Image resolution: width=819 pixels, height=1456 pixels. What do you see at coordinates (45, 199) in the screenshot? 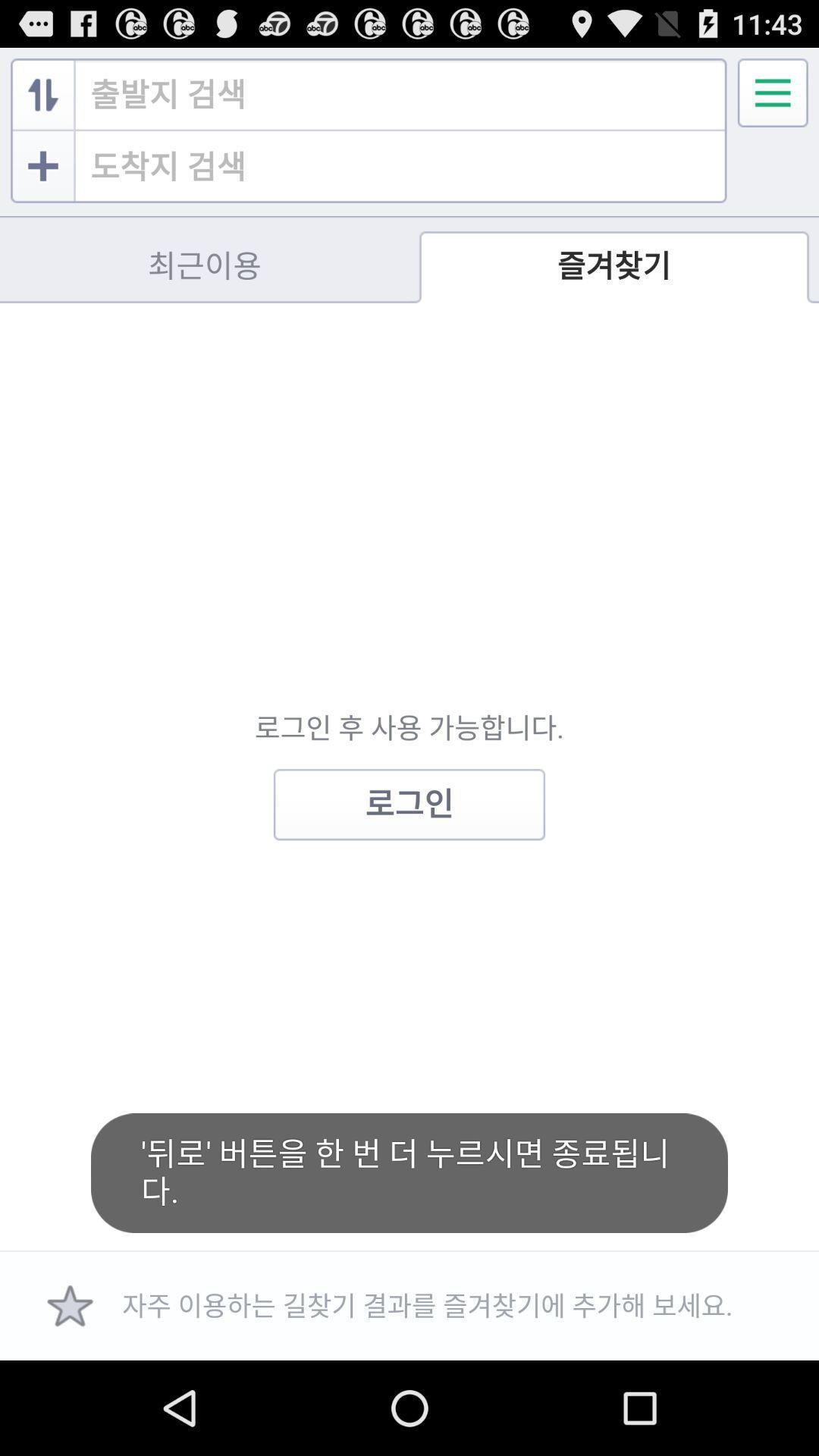
I see `the add icon` at bounding box center [45, 199].